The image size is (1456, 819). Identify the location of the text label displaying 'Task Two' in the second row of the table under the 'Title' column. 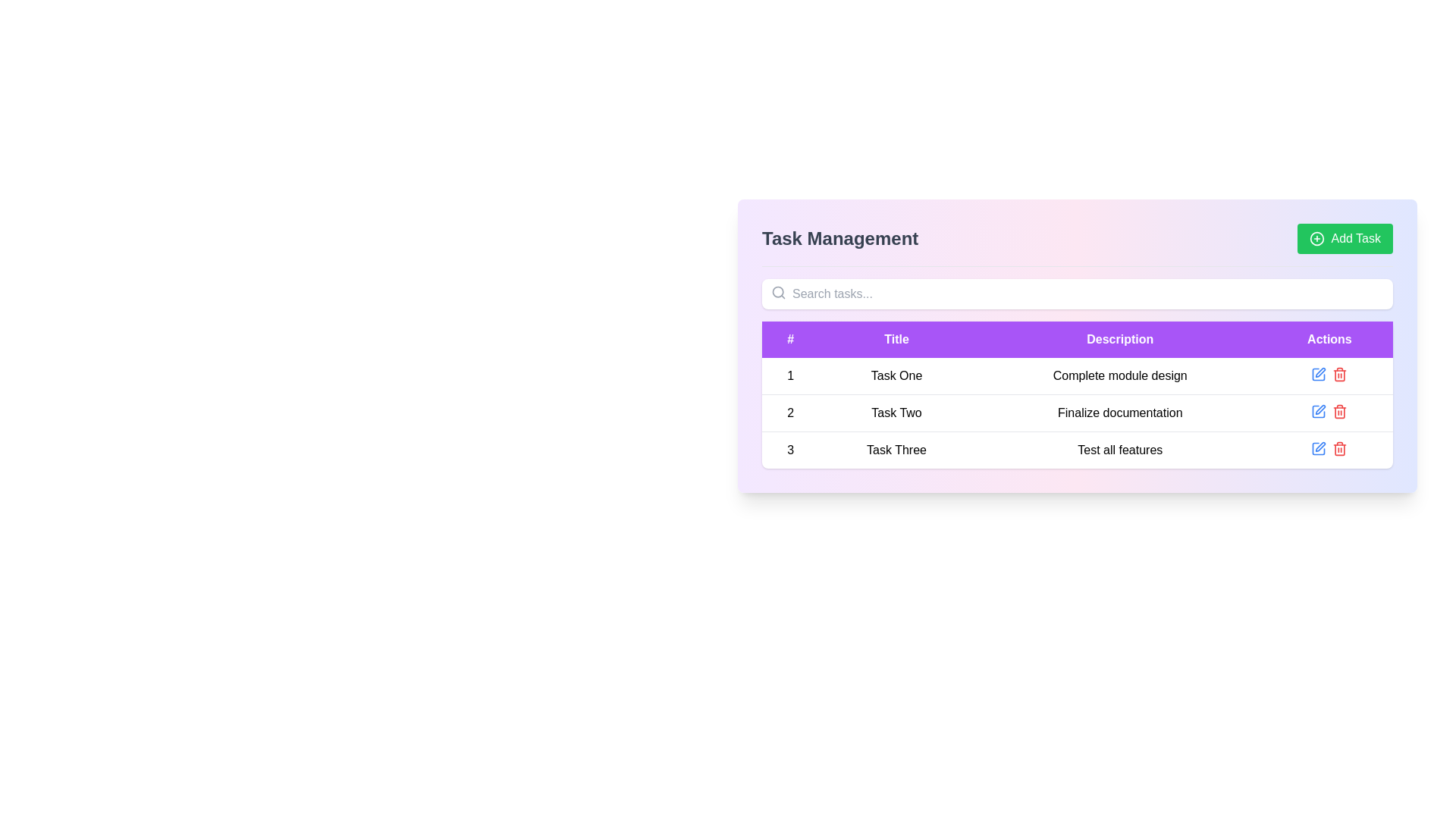
(896, 413).